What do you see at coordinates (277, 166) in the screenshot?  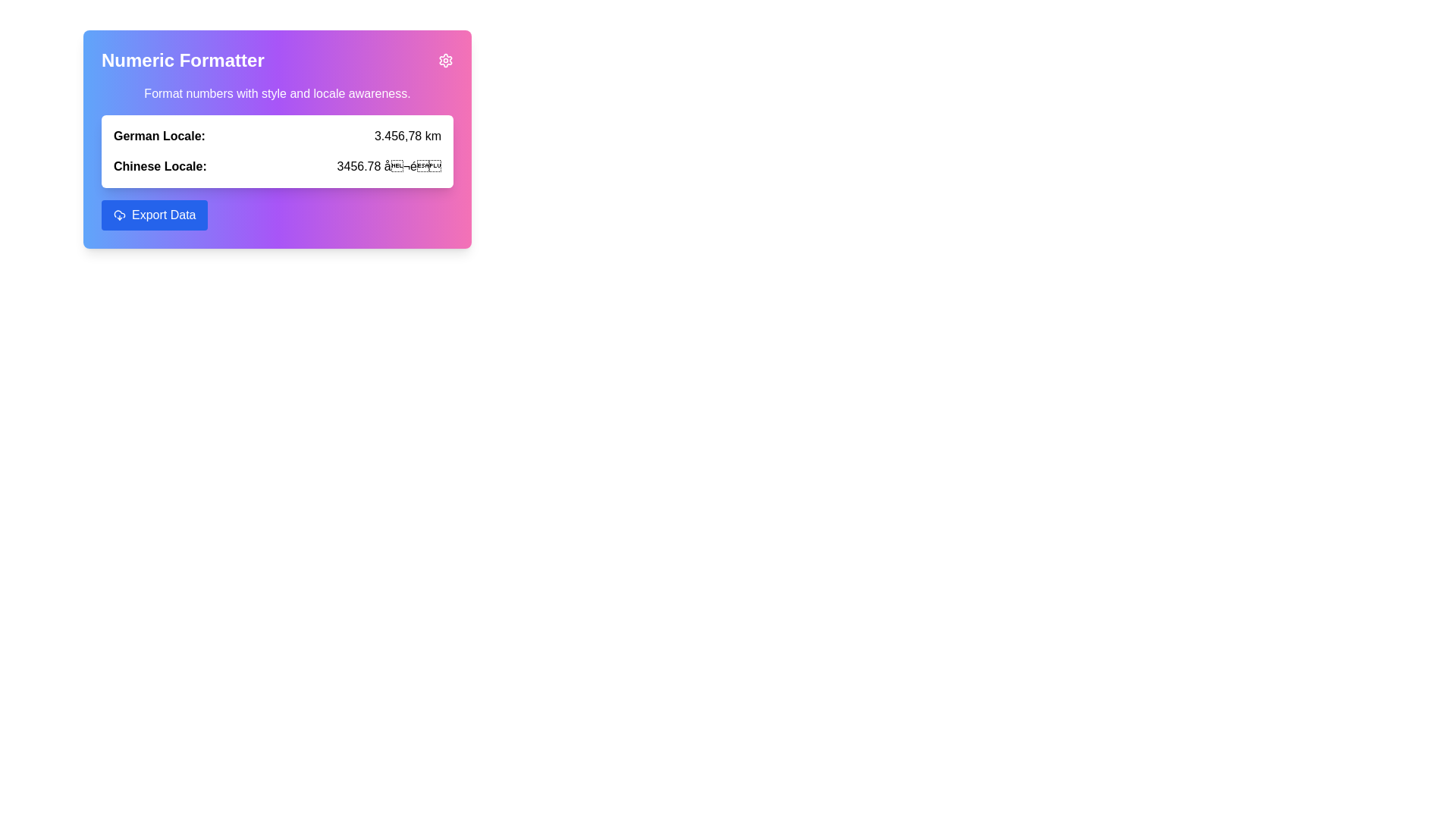 I see `the Data display row labeled 'Chinese Locale:' which contains the value '3456.78 åå¬éé87é' for further action` at bounding box center [277, 166].